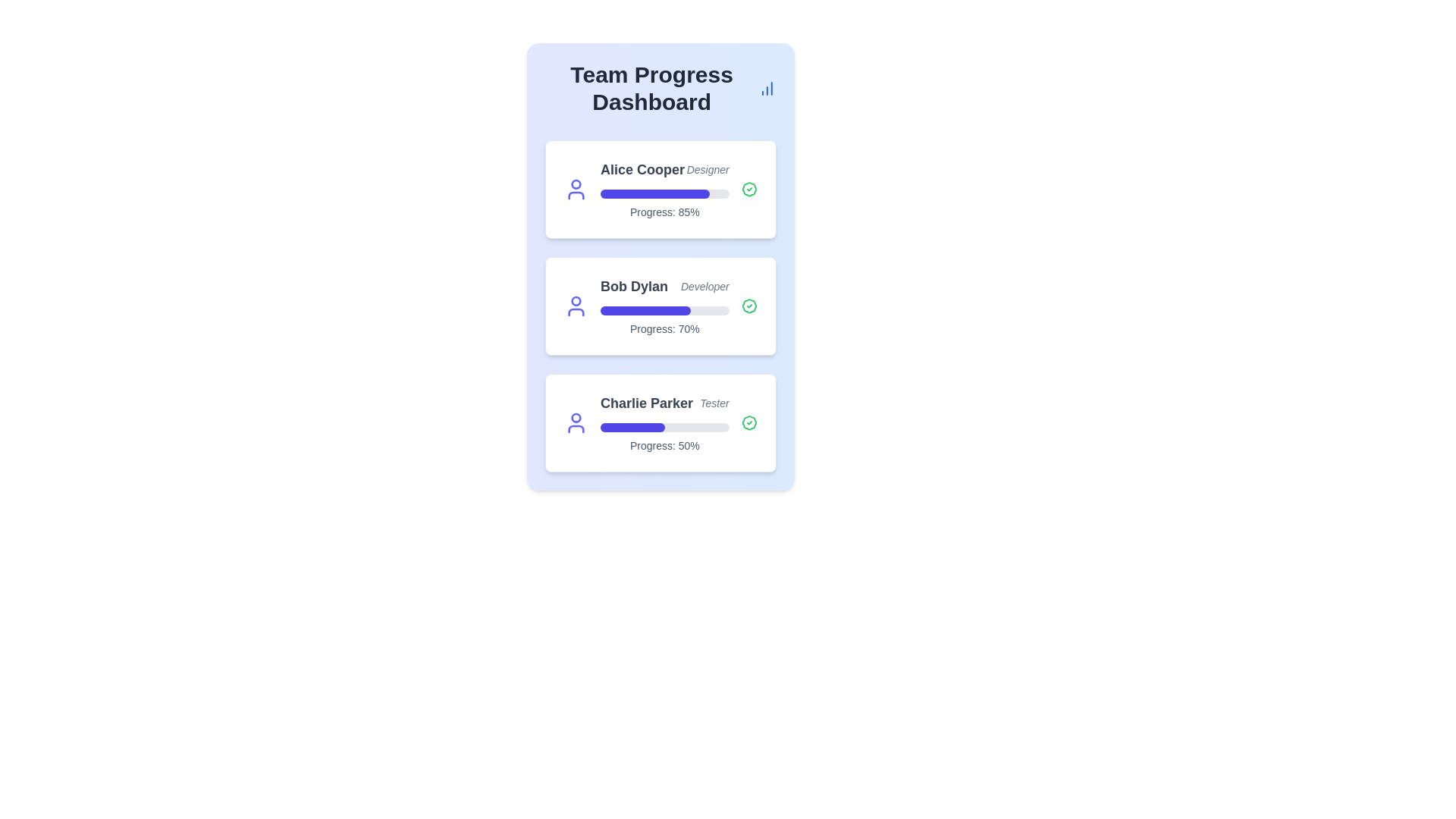 This screenshot has height=819, width=1456. I want to click on text label that identifies the team member as 'Charlie Parker', which is prominently displayed in a large, bolded dark gray font on the third card of the dashboard, so click(647, 403).